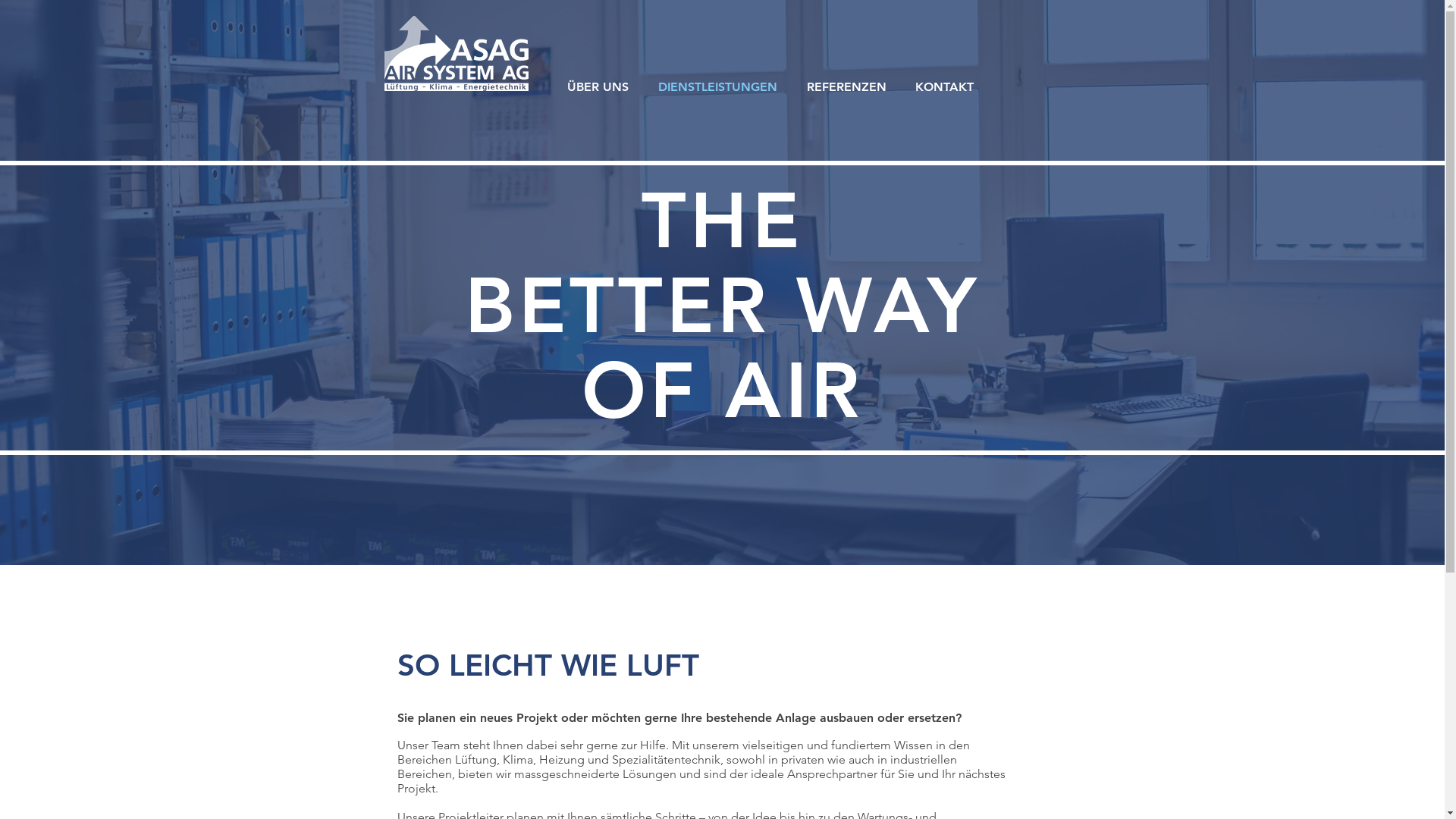 The width and height of the screenshot is (1456, 819). Describe the element at coordinates (943, 87) in the screenshot. I see `'KONTAKT'` at that location.